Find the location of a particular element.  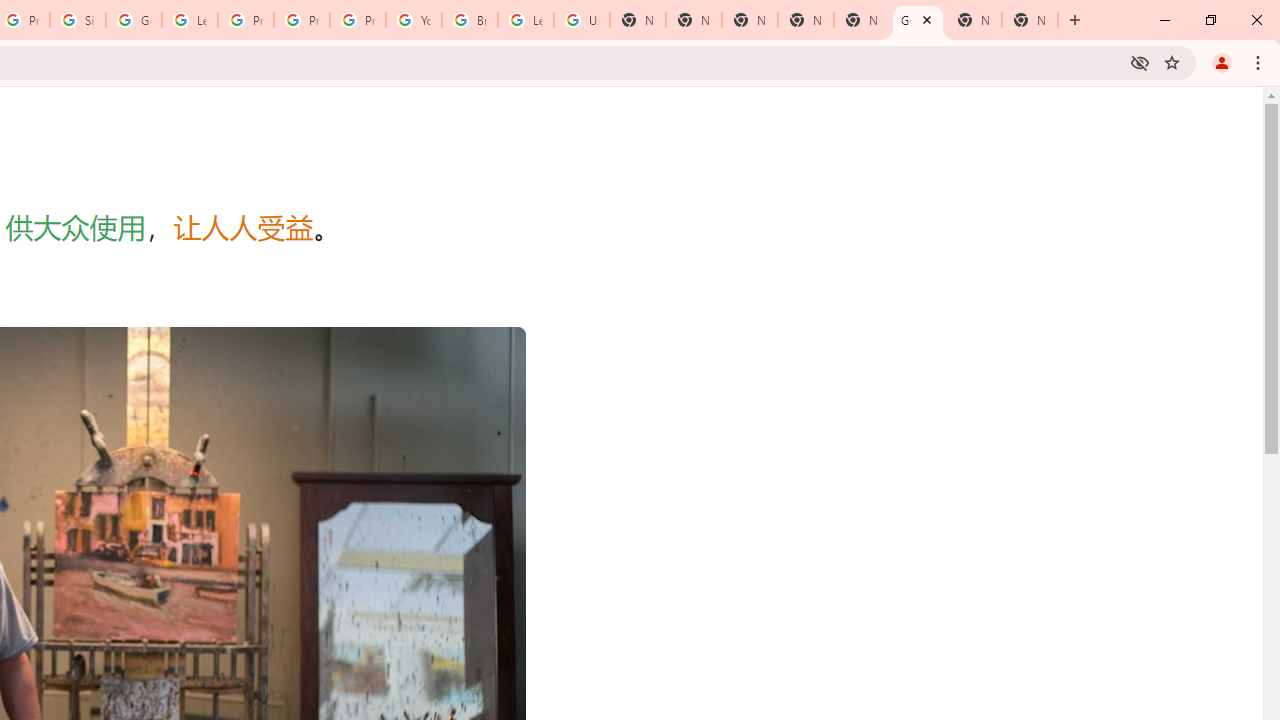

'Browse Chrome as a guest - Computer - Google Chrome Help' is located at coordinates (468, 20).